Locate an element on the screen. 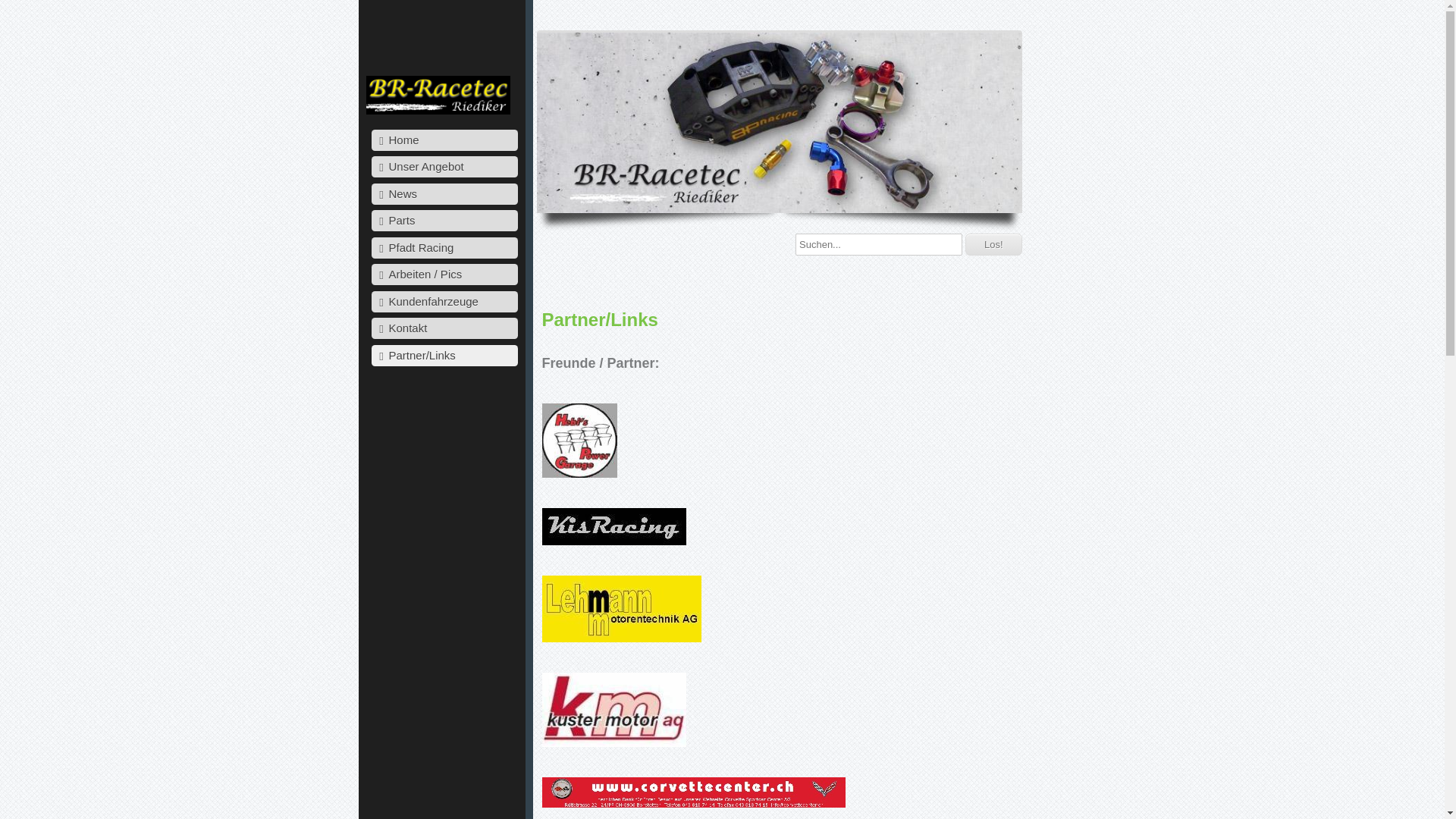  'Partner/Links' is located at coordinates (371, 356).